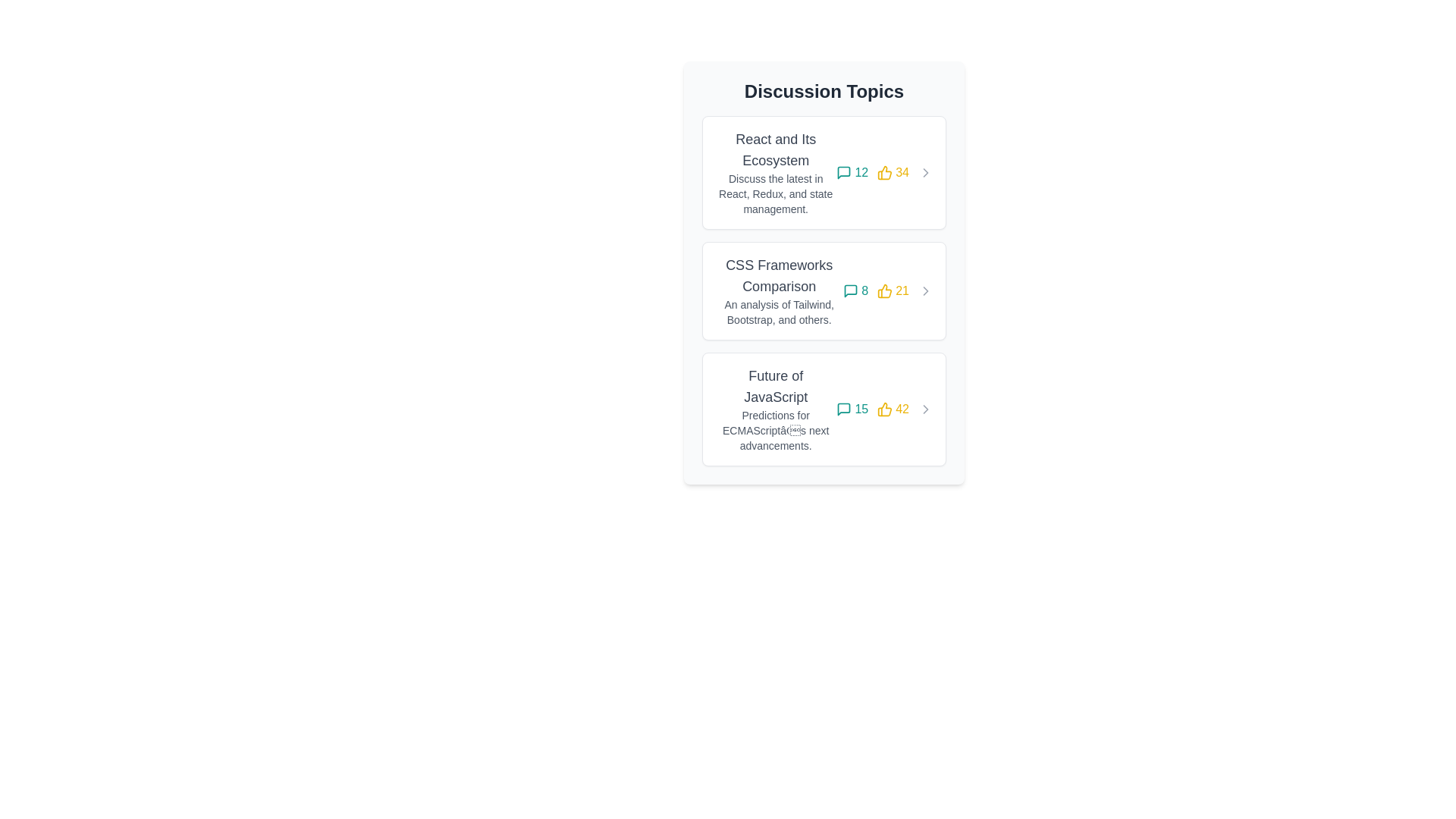 The image size is (1456, 819). Describe the element at coordinates (861, 409) in the screenshot. I see `the static text label displaying the number '15', which is styled in teal and positioned next to a speech bubble icon in the bottom section of the last discussion topic card` at that location.